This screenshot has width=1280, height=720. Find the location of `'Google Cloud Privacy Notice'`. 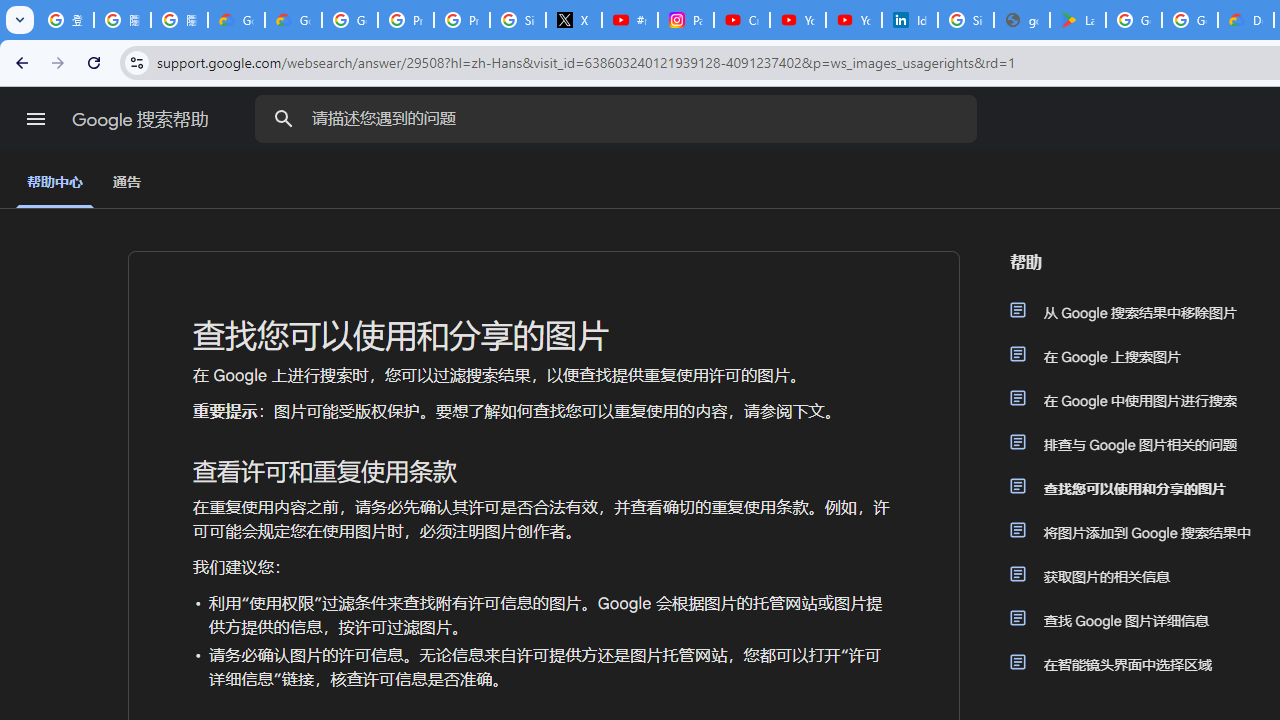

'Google Cloud Privacy Notice' is located at coordinates (292, 20).